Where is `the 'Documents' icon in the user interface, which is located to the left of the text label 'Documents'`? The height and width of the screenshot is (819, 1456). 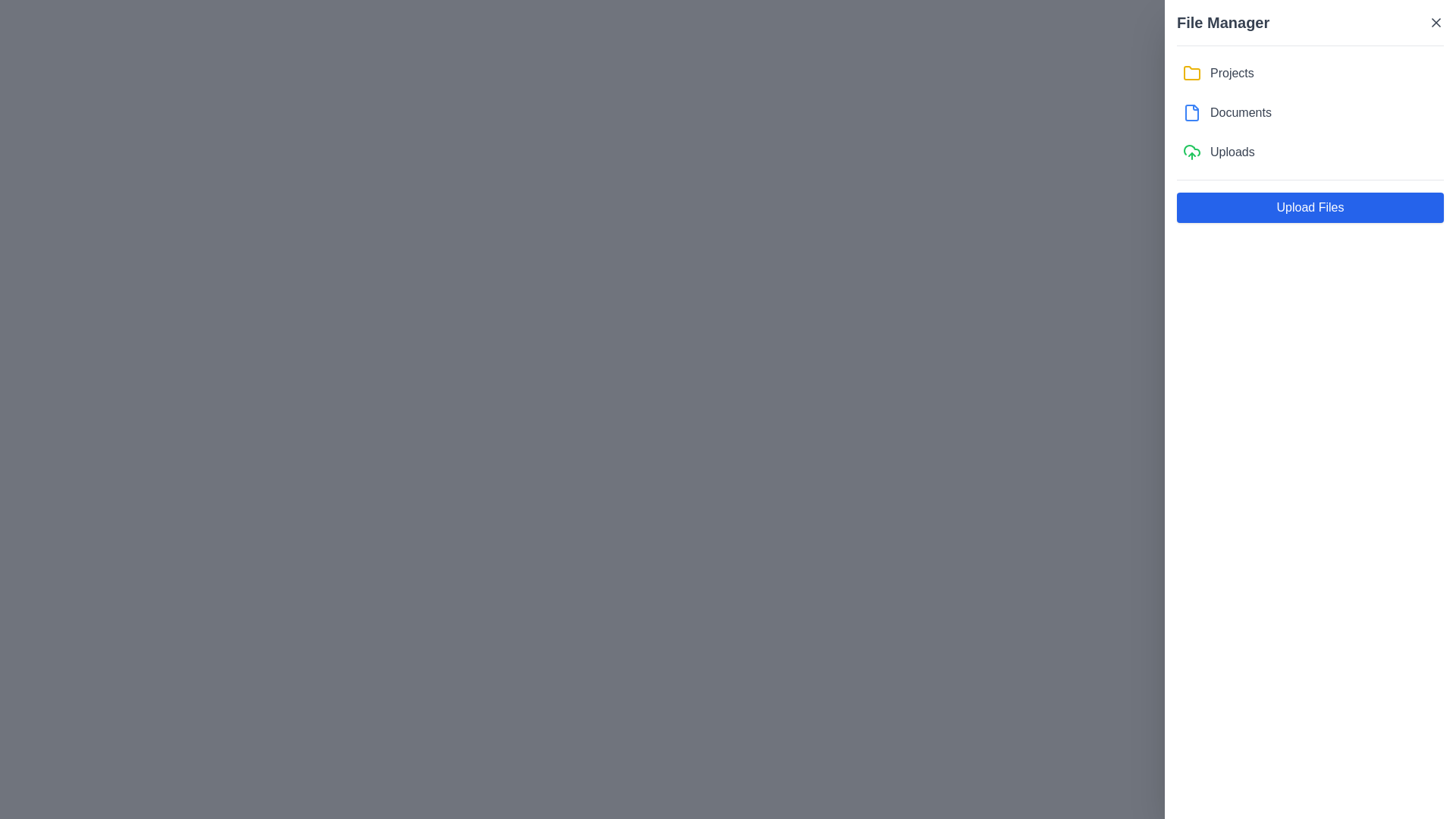 the 'Documents' icon in the user interface, which is located to the left of the text label 'Documents' is located at coordinates (1191, 112).